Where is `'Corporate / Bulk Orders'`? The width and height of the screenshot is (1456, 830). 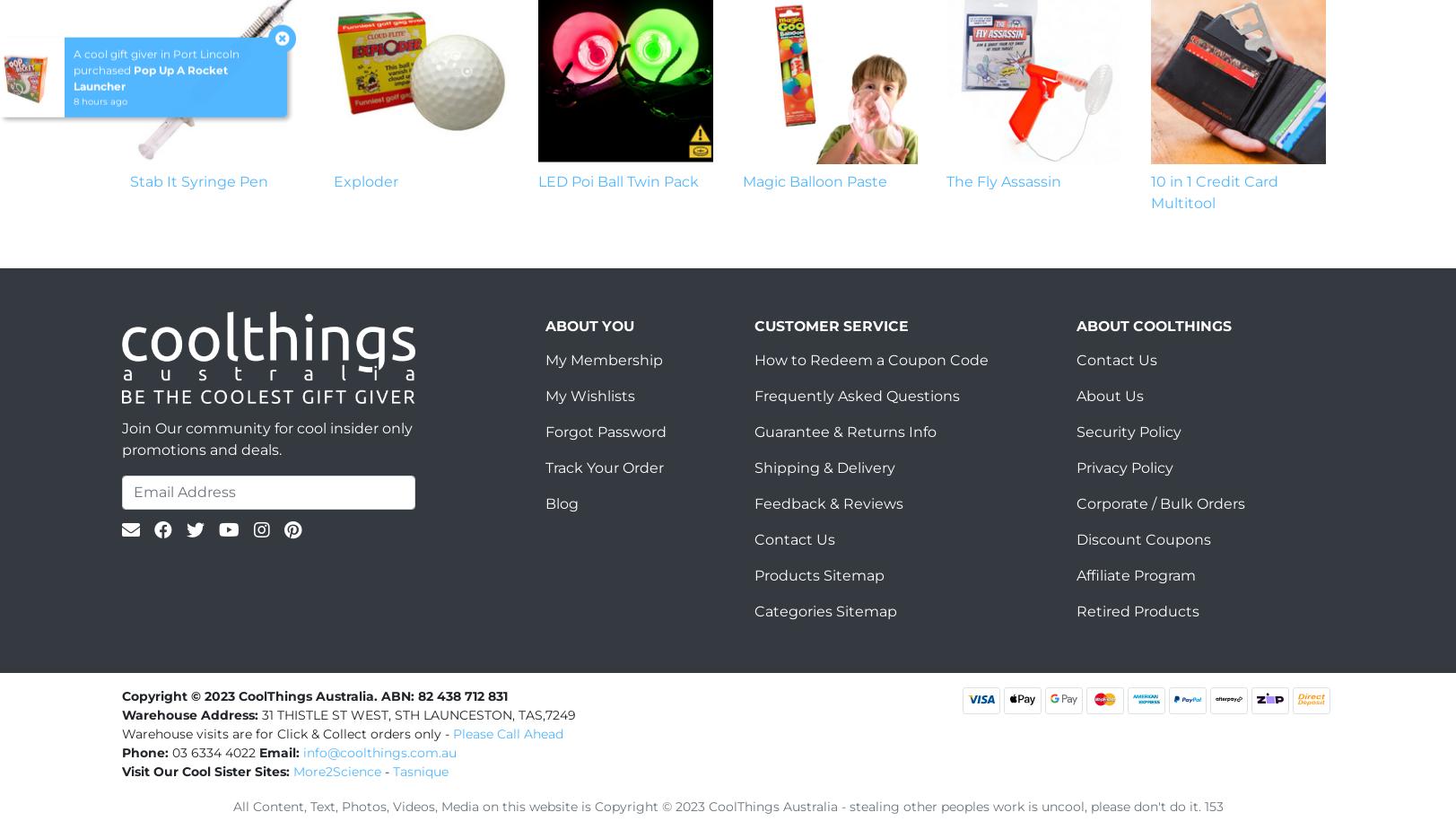
'Corporate / Bulk Orders' is located at coordinates (1160, 503).